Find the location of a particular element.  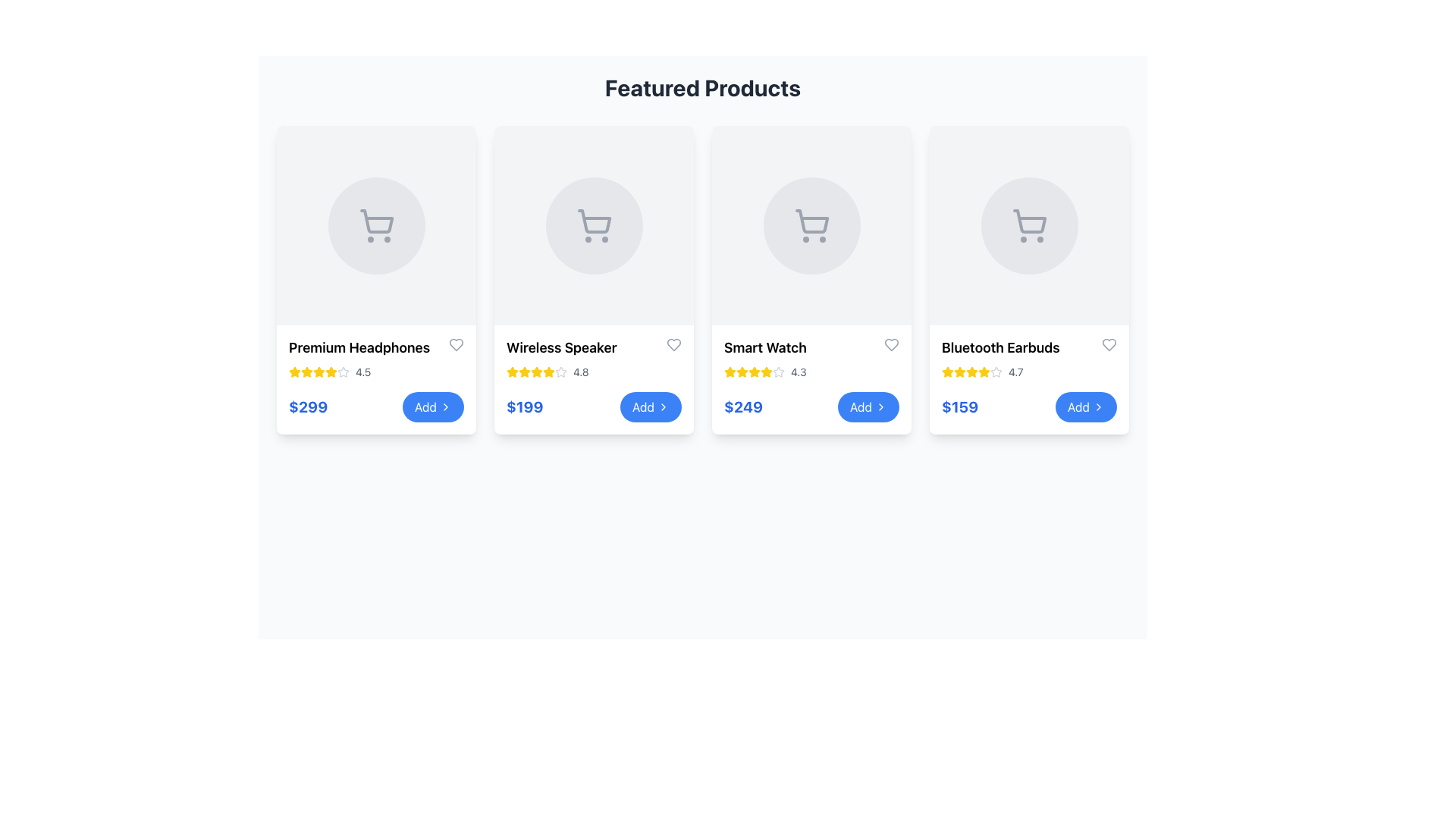

the fourth yellow star icon in the rating stars sequence located beneath the title 'Premium Headphones' is located at coordinates (318, 372).